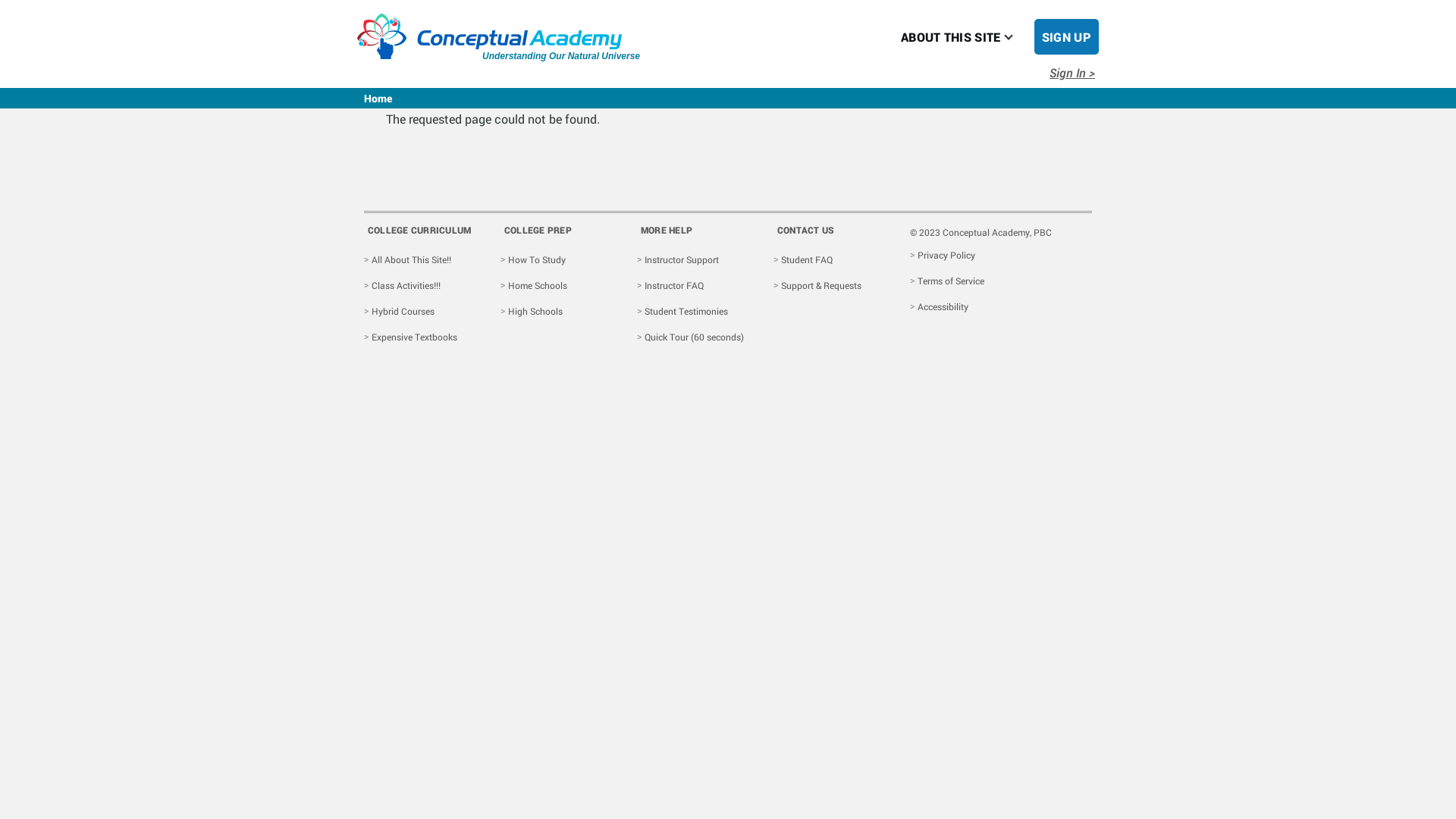  I want to click on 'Instructor FAQ', so click(644, 284).